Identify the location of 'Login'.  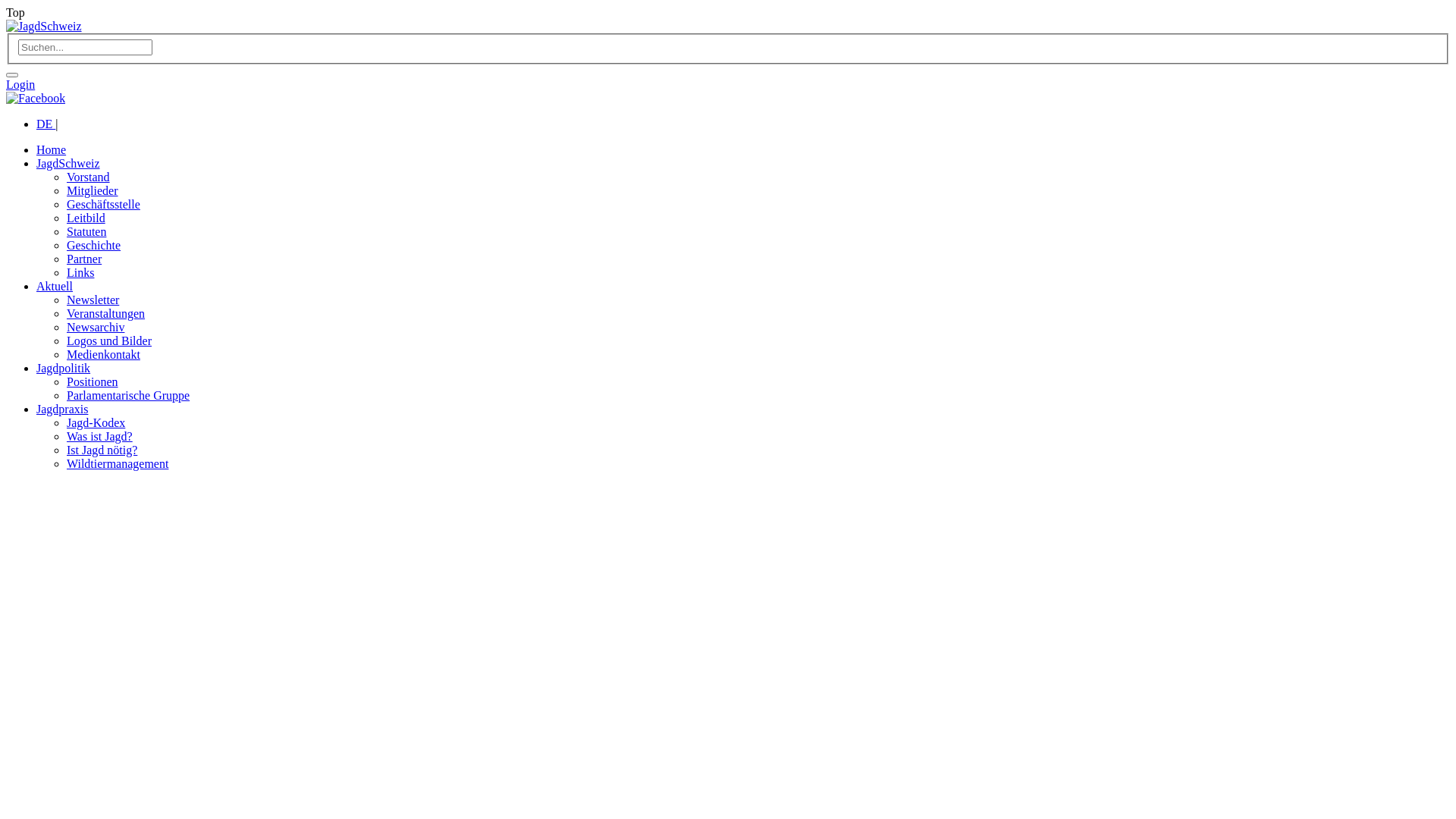
(20, 84).